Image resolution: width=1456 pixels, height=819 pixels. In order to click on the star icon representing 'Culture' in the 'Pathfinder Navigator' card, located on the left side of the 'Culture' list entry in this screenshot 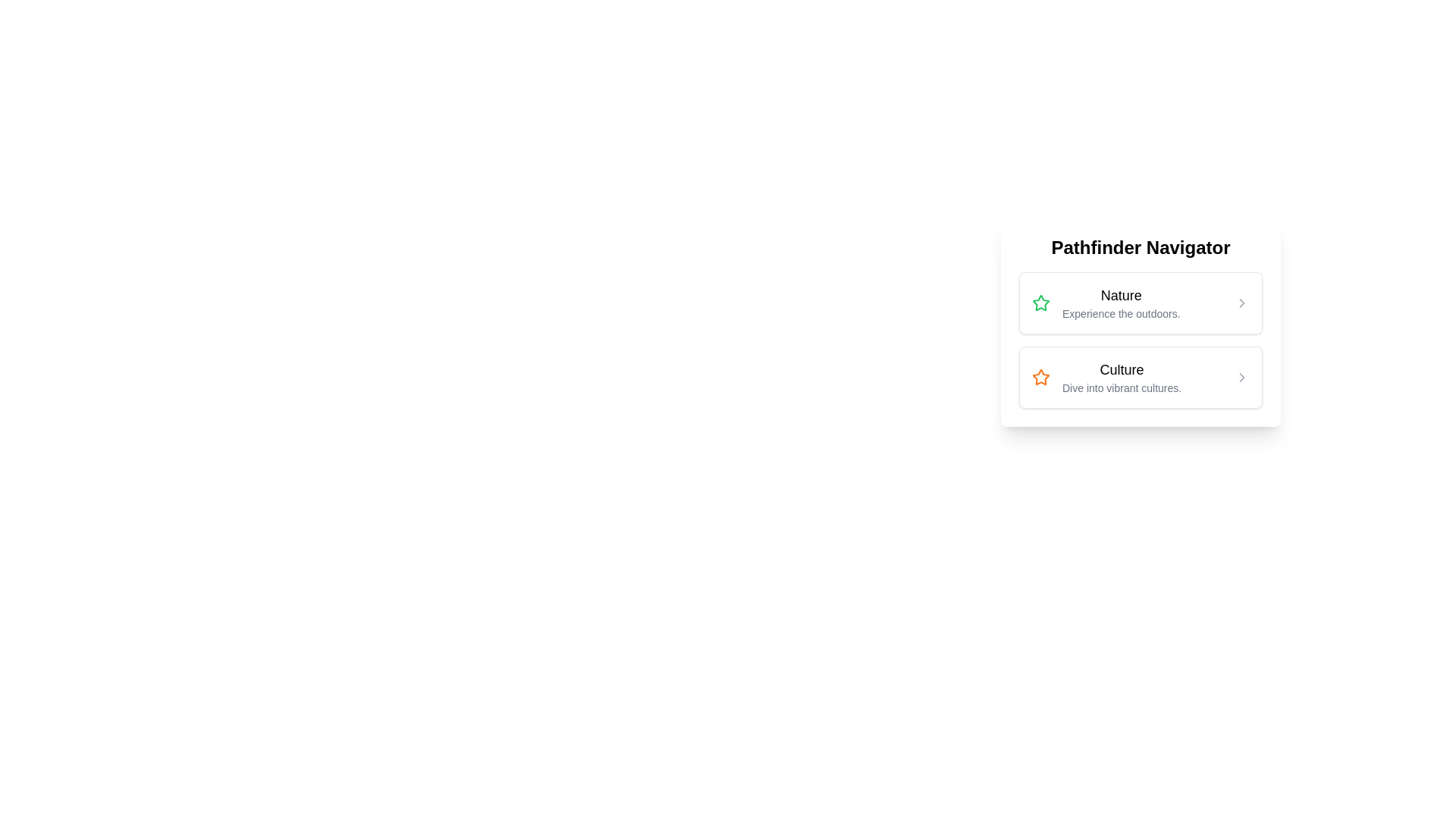, I will do `click(1040, 376)`.